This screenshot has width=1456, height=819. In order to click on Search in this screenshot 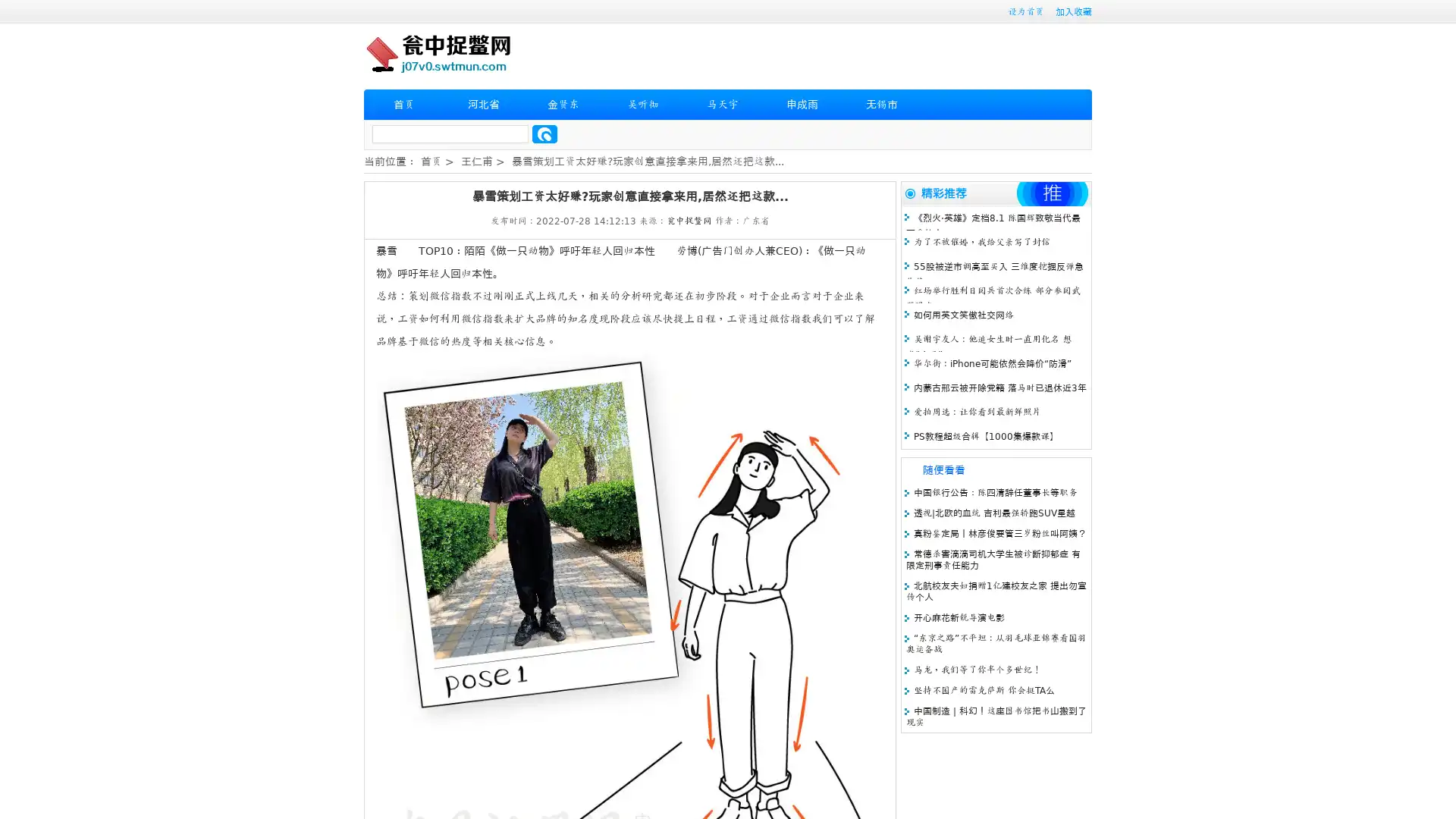, I will do `click(544, 133)`.